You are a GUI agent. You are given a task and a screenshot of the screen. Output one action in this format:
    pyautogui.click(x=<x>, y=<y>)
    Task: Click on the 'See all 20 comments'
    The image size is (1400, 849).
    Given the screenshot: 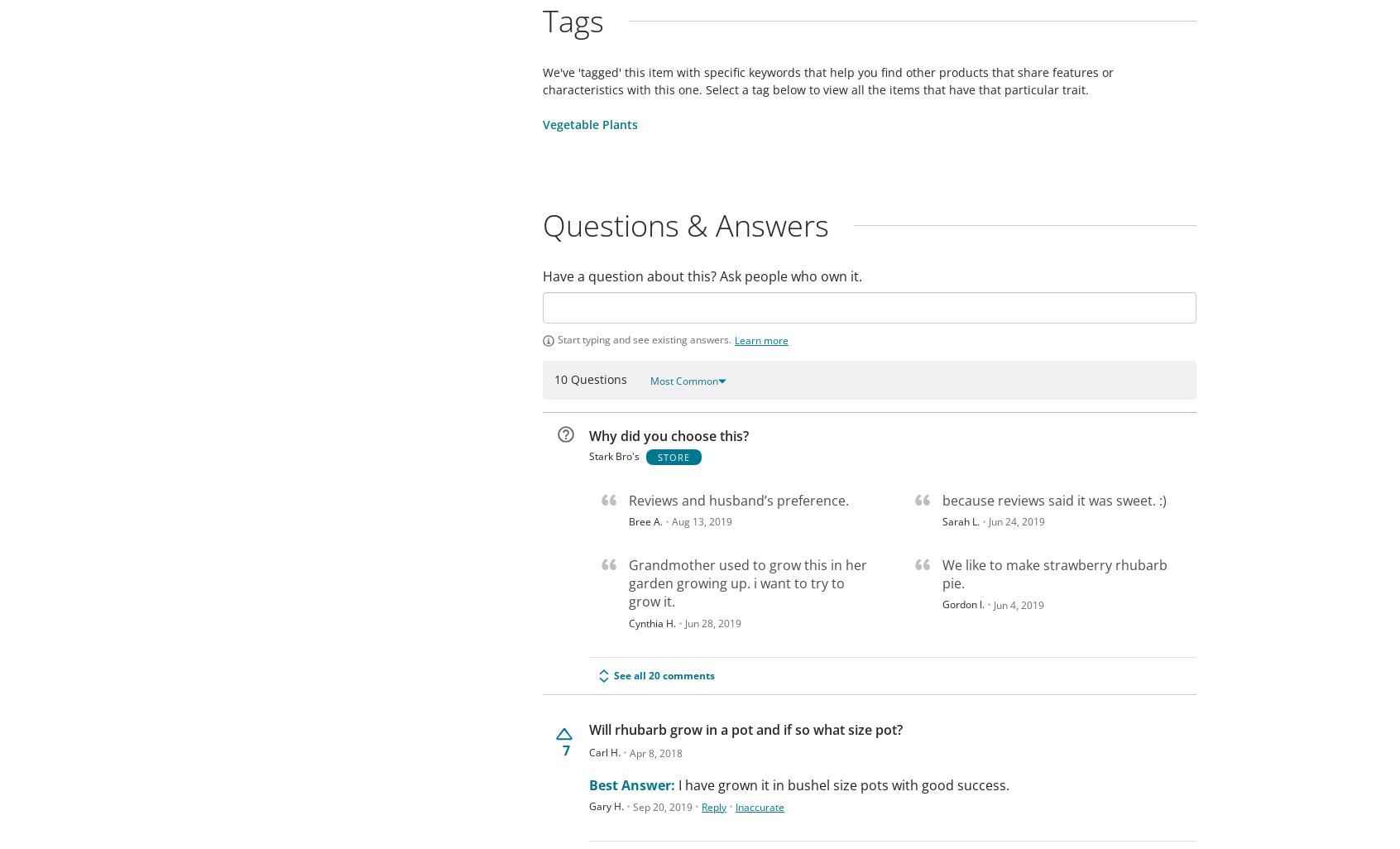 What is the action you would take?
    pyautogui.click(x=664, y=674)
    